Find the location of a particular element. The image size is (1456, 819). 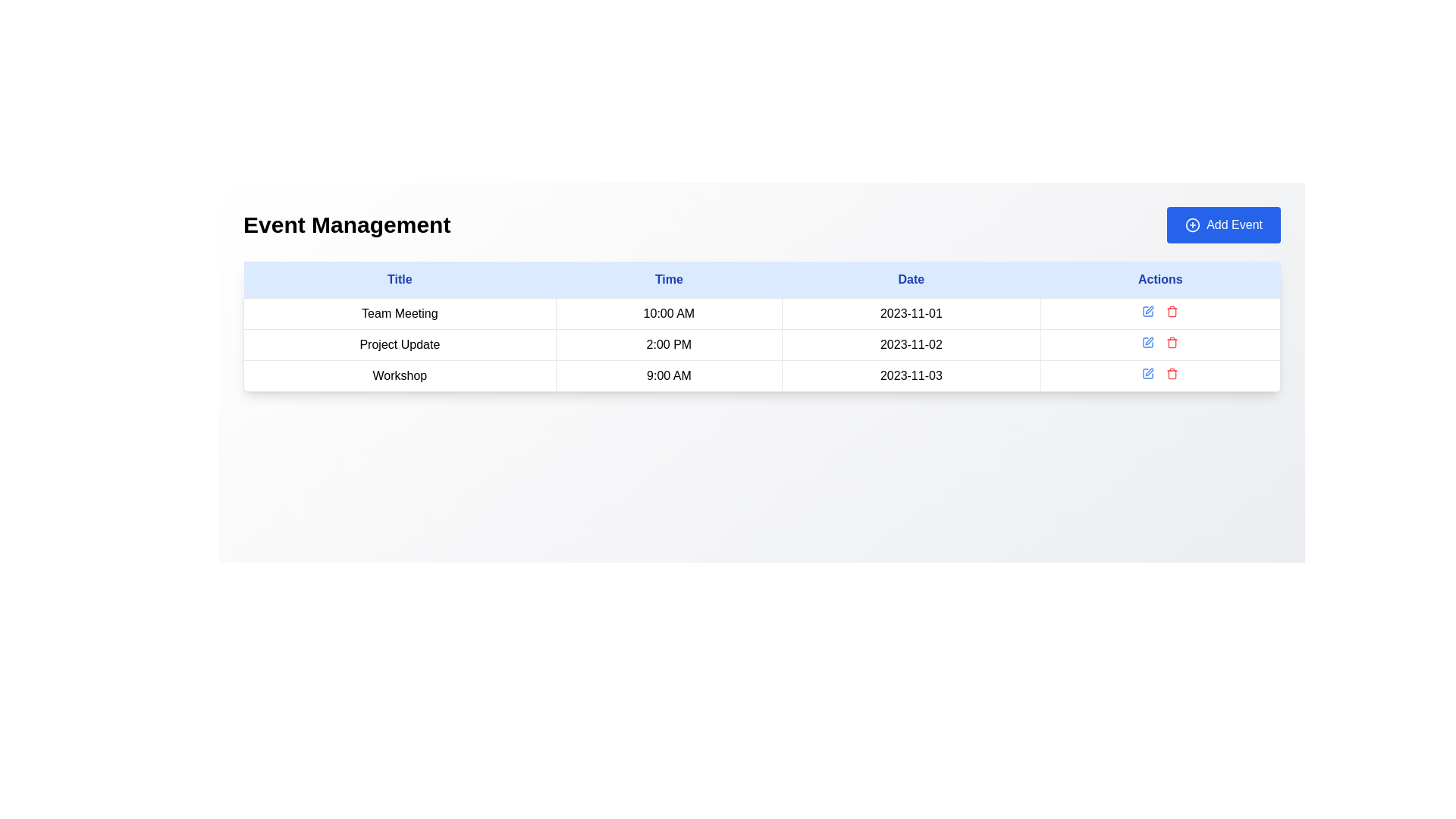

the delete button located in the Actions column of the second row in the table is located at coordinates (1172, 311).